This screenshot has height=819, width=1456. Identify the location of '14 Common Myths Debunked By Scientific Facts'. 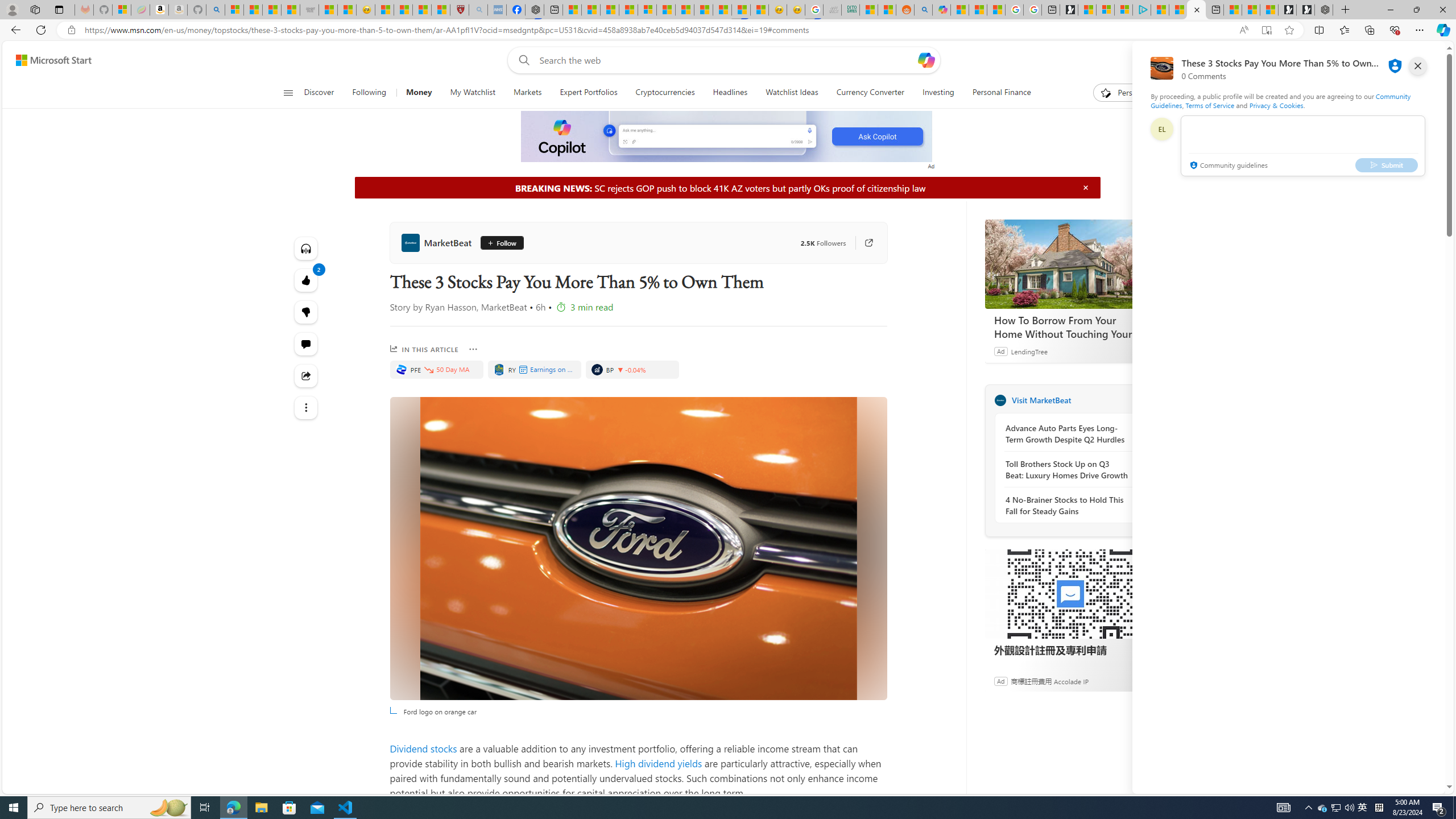
(702, 9).